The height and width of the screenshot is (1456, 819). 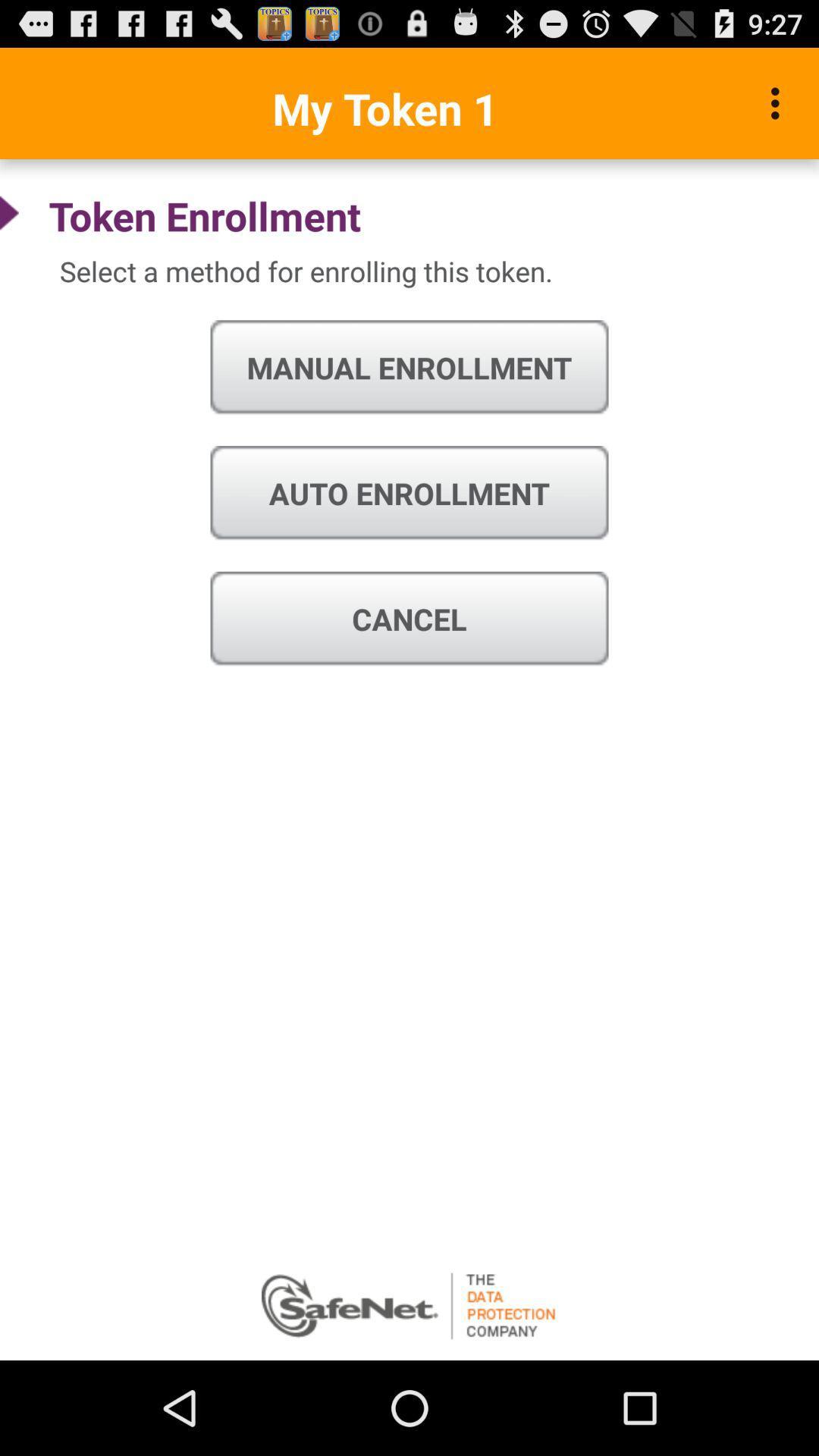 What do you see at coordinates (409, 368) in the screenshot?
I see `icon below select a method item` at bounding box center [409, 368].